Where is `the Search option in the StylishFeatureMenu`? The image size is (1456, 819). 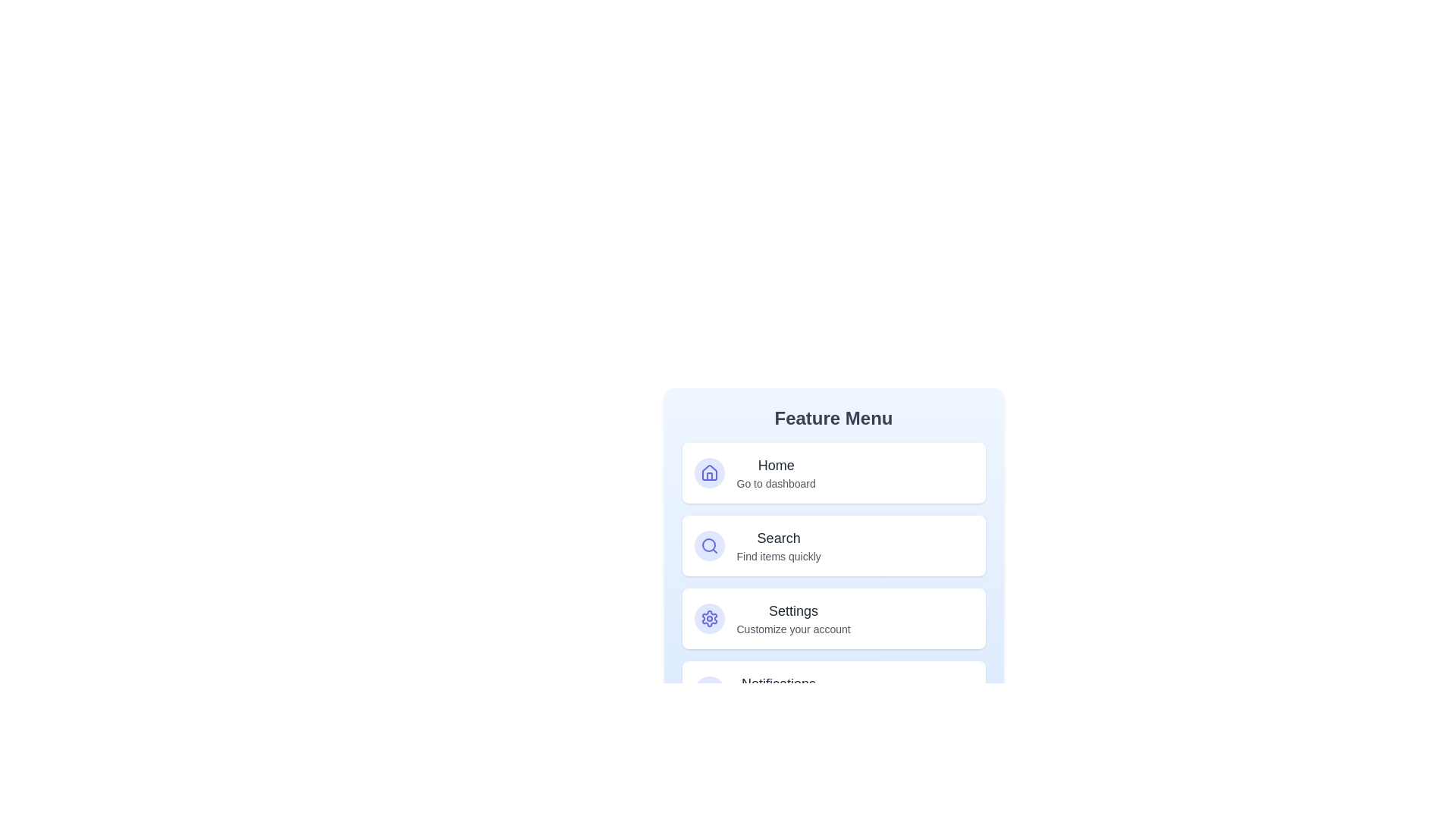
the Search option in the StylishFeatureMenu is located at coordinates (833, 546).